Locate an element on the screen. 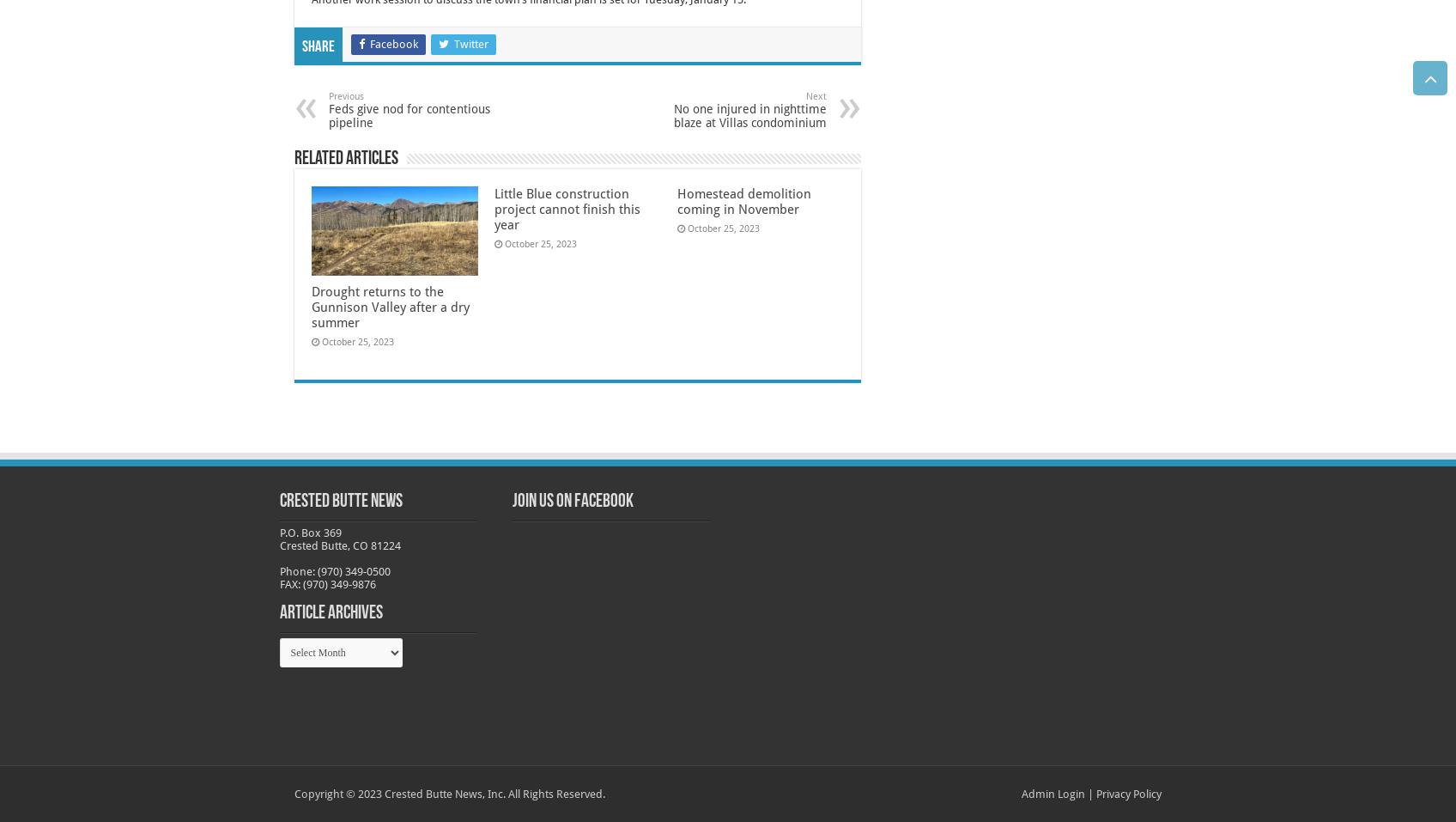  'Homestead demolition coming  in November' is located at coordinates (743, 201).